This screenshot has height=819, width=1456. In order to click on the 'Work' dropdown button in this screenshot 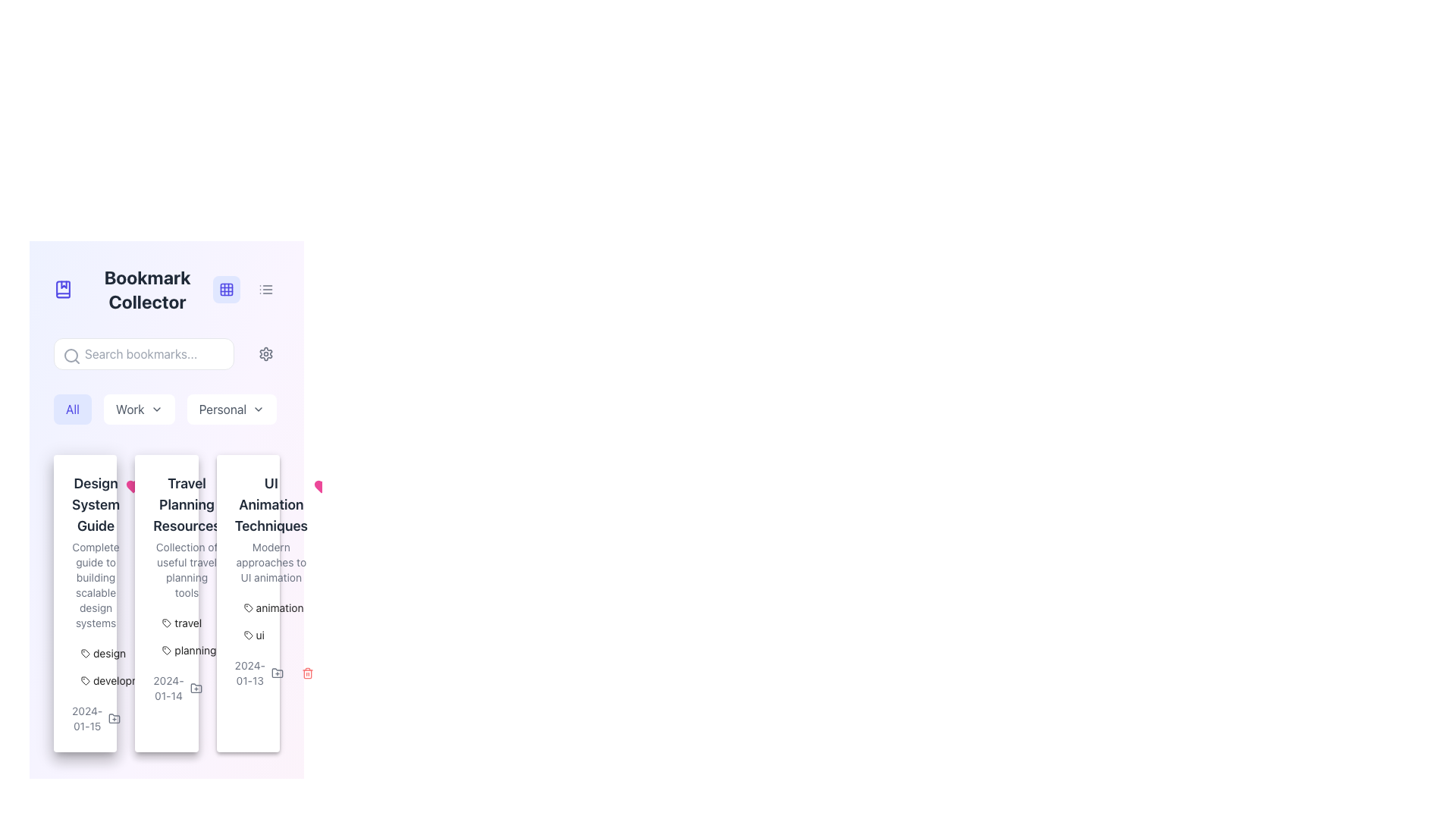, I will do `click(139, 409)`.